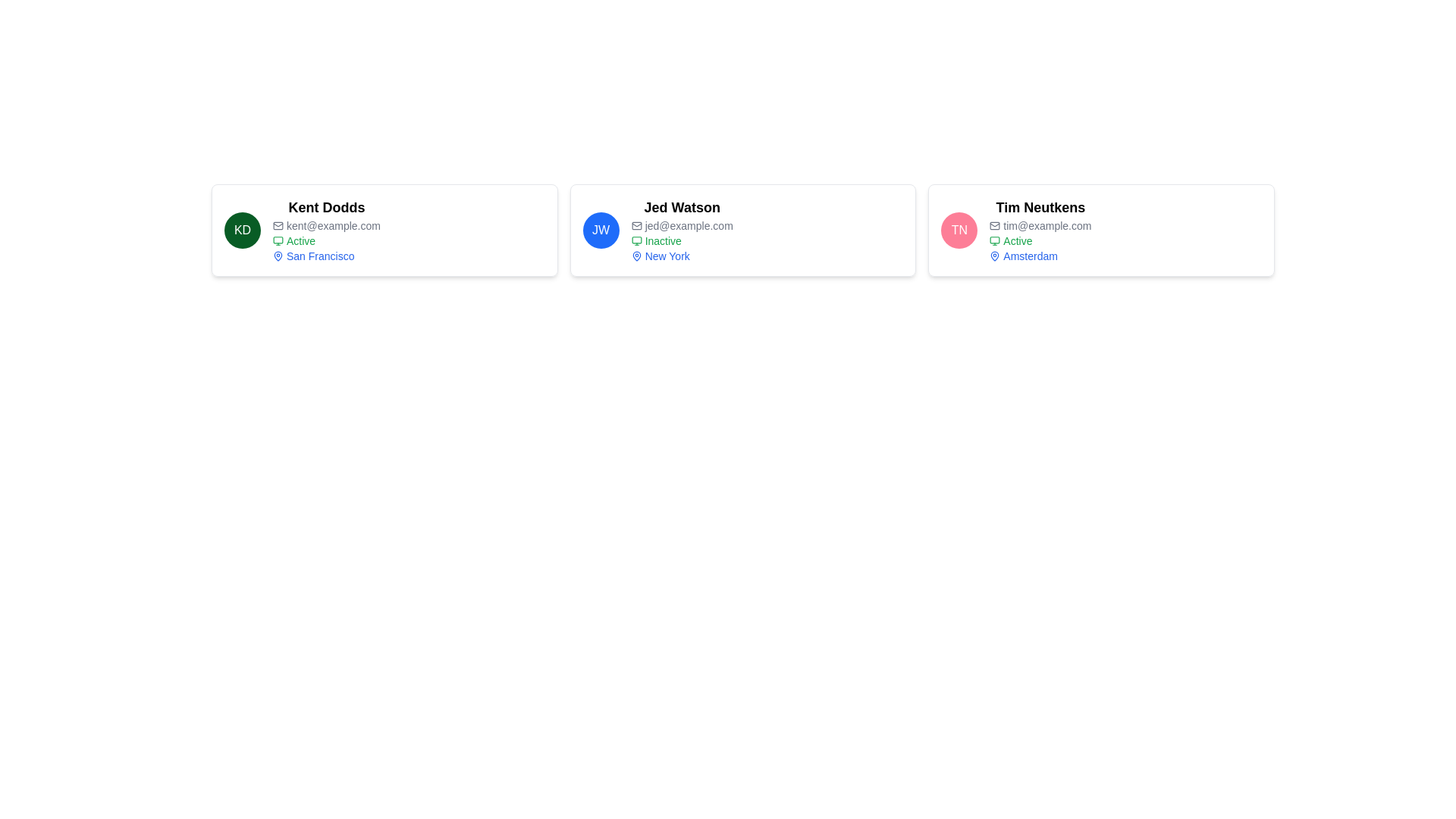 Image resolution: width=1456 pixels, height=819 pixels. Describe the element at coordinates (636, 225) in the screenshot. I see `the email icon located to the left of the email address 'jed@example.com' in the contact card of 'Jed Watson'` at that location.